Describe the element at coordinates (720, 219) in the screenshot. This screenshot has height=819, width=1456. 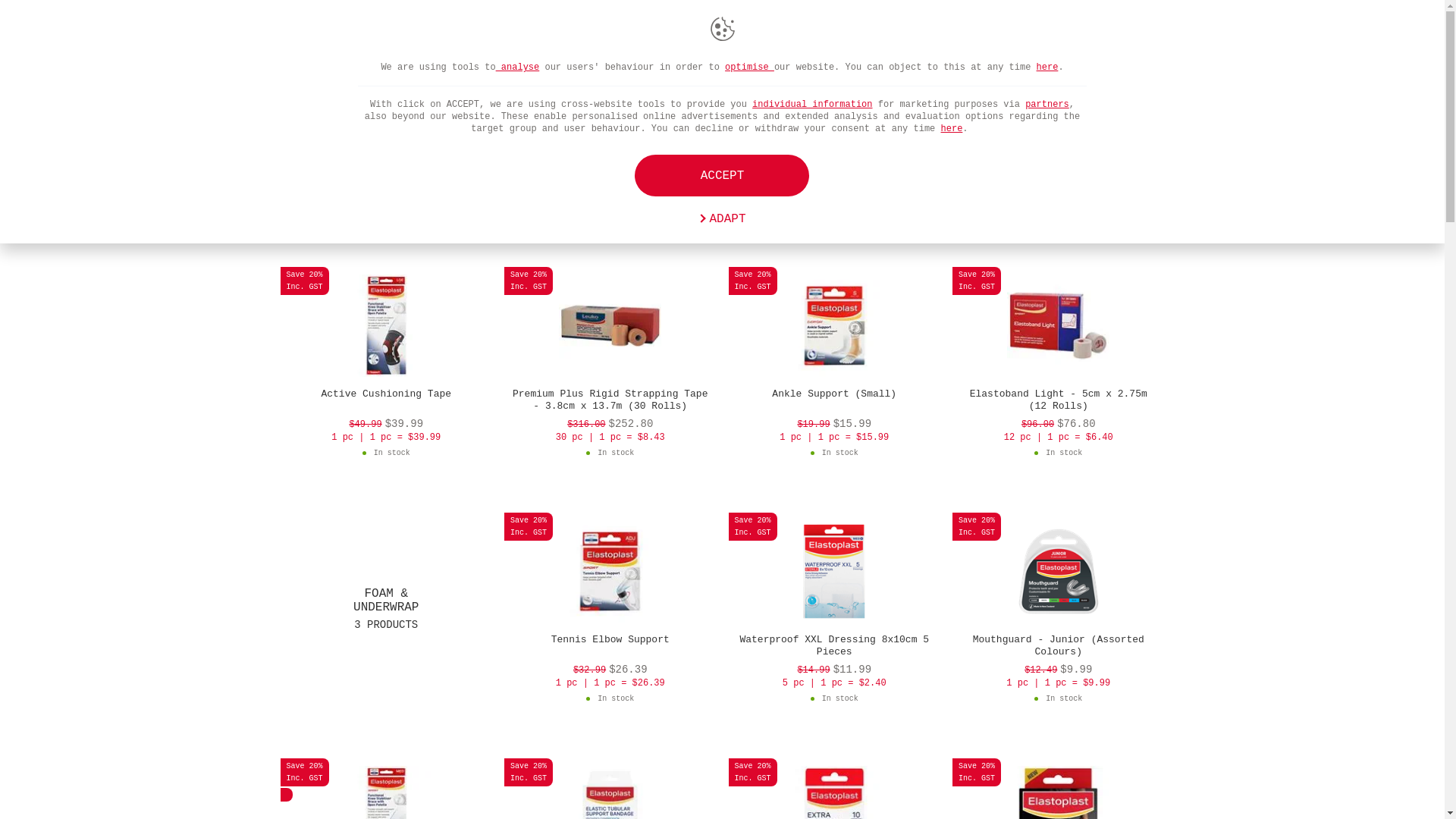
I see `'ADAPT'` at that location.